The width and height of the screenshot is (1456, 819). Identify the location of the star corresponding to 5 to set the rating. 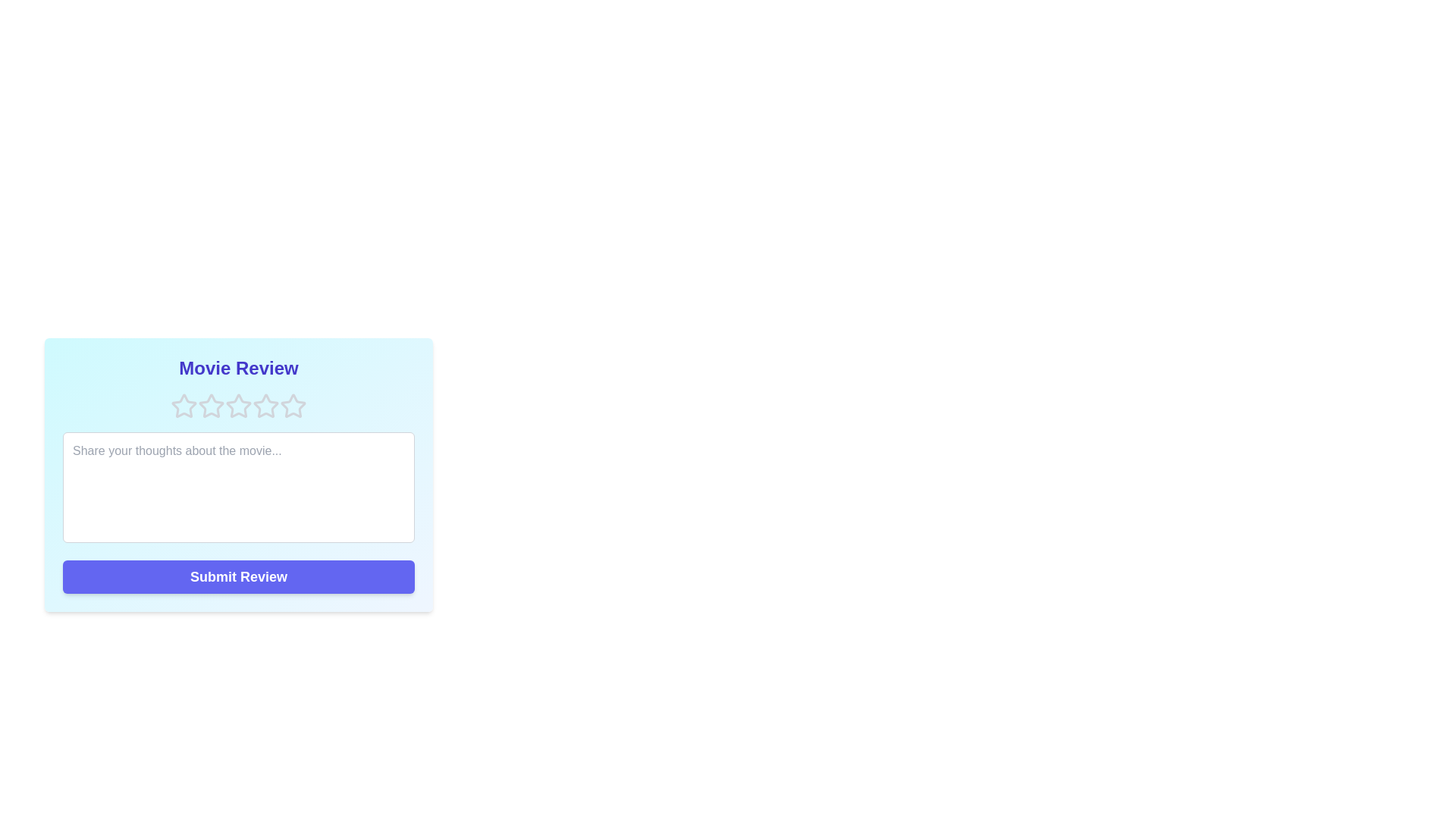
(293, 406).